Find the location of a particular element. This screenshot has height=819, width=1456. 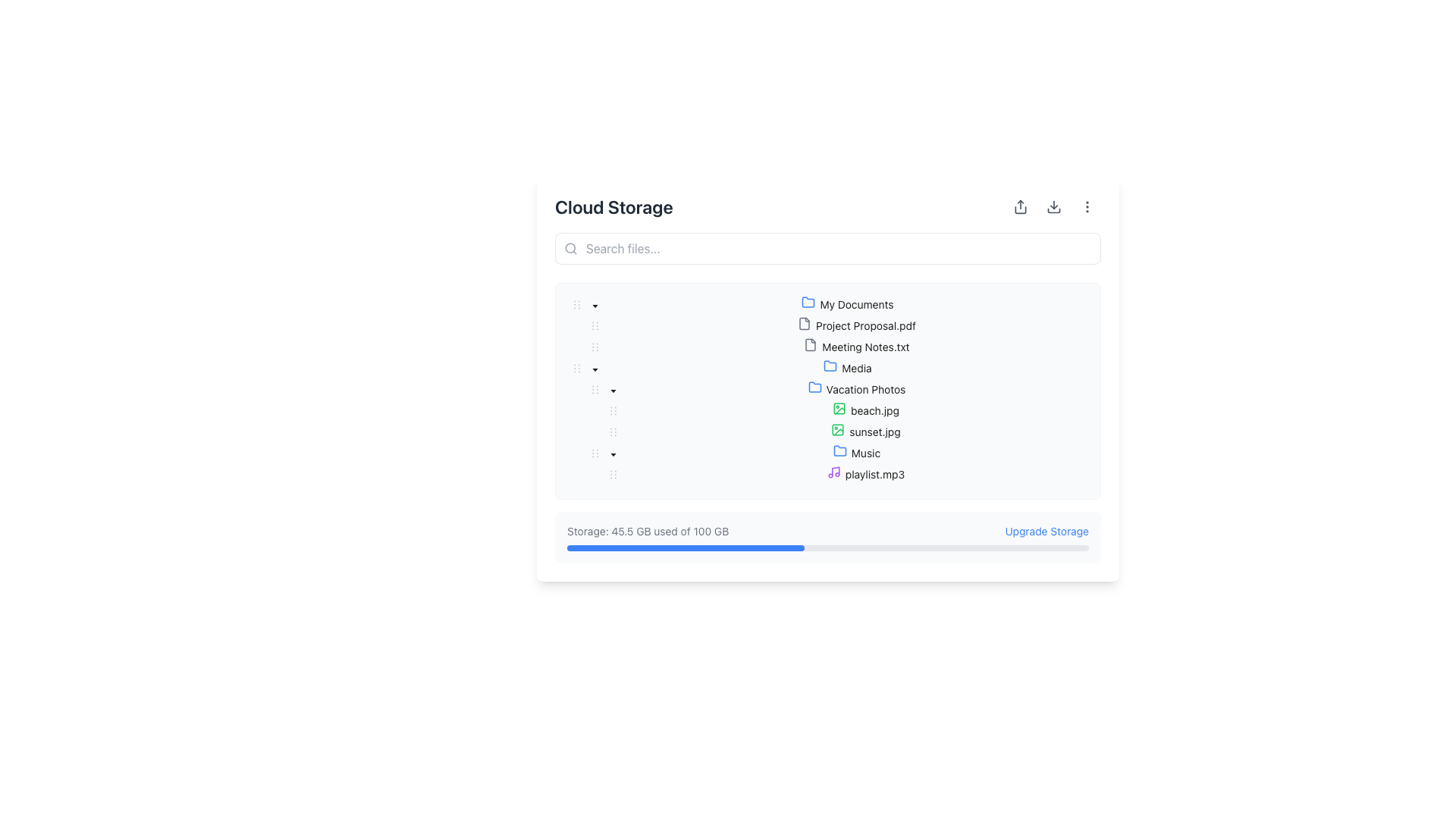

the down-pointing triangular icon is located at coordinates (613, 388).